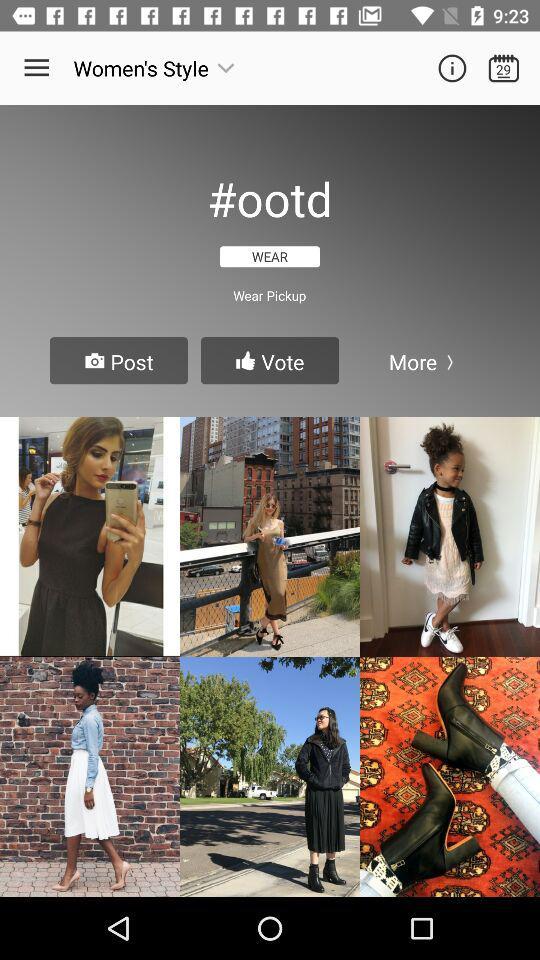 Image resolution: width=540 pixels, height=960 pixels. I want to click on the icon to the left of the women's style icon, so click(36, 68).